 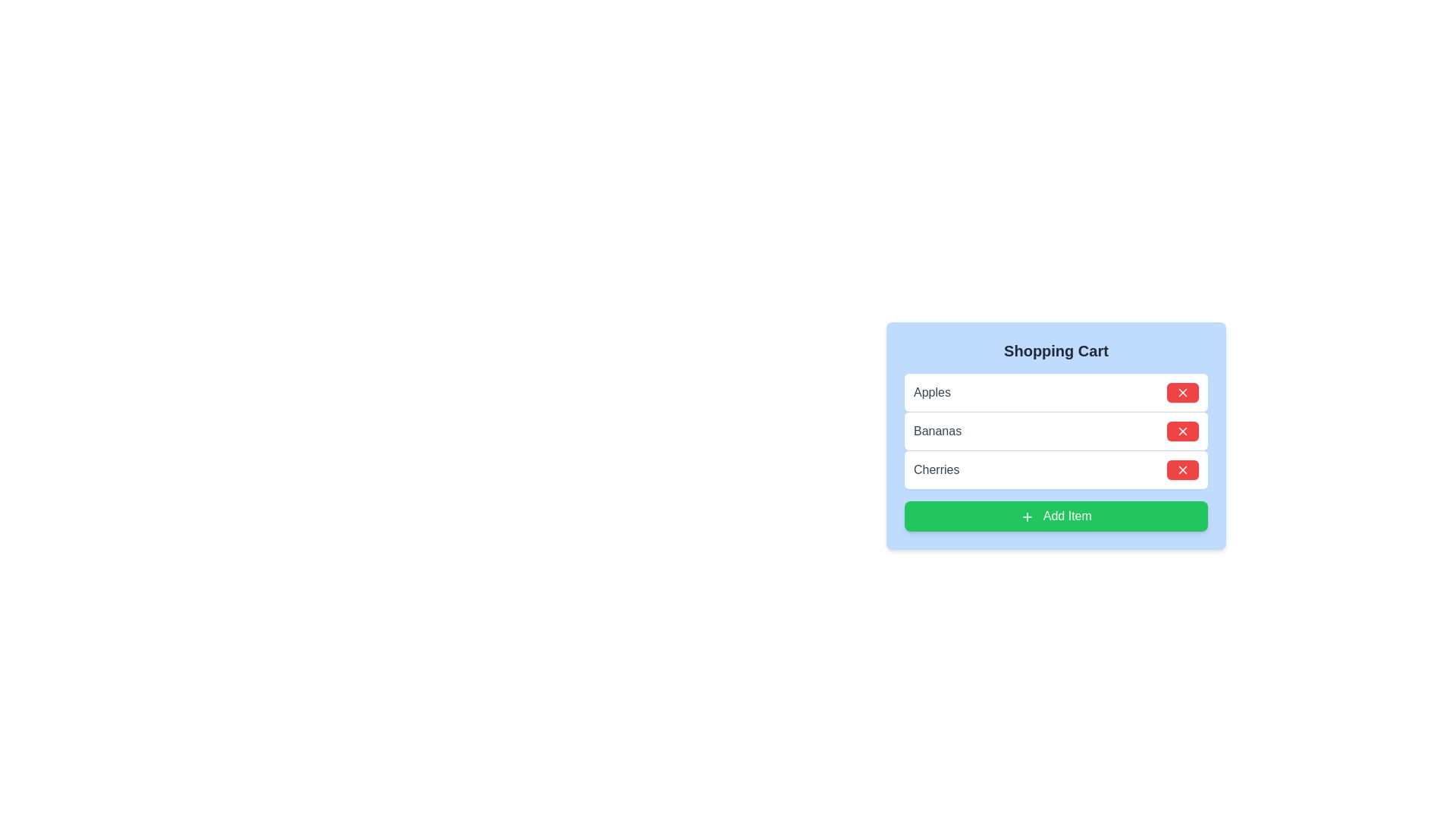 I want to click on the third item in the Shopping Cart section, which is the white row containing the text 'Cherries' and a red button with a white 'X' on the right, for interactions, so click(x=1055, y=468).